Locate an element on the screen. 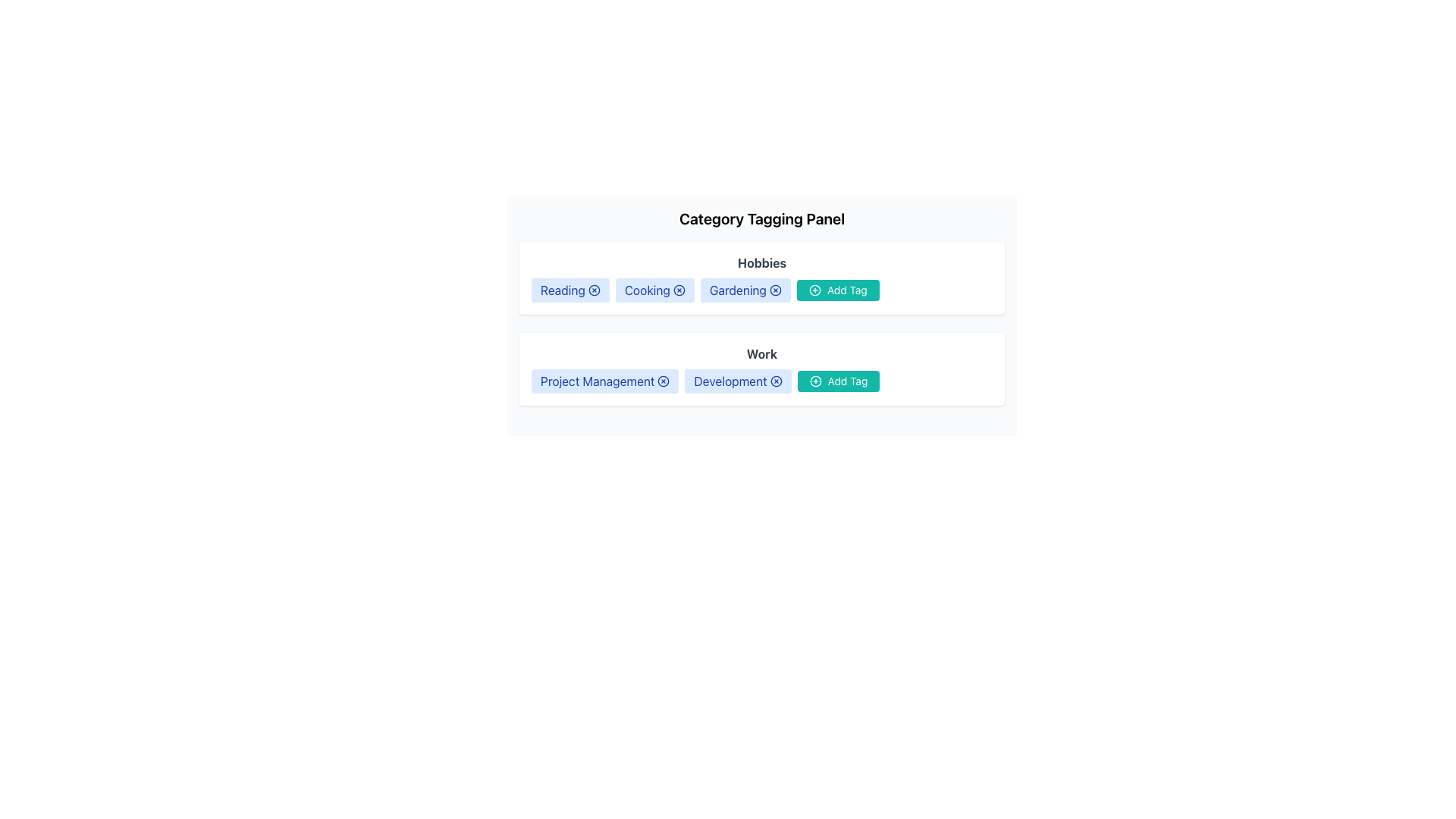 The image size is (1456, 819). the 'Development' category tag in the Work section of the Category Tagging Panel is located at coordinates (738, 380).